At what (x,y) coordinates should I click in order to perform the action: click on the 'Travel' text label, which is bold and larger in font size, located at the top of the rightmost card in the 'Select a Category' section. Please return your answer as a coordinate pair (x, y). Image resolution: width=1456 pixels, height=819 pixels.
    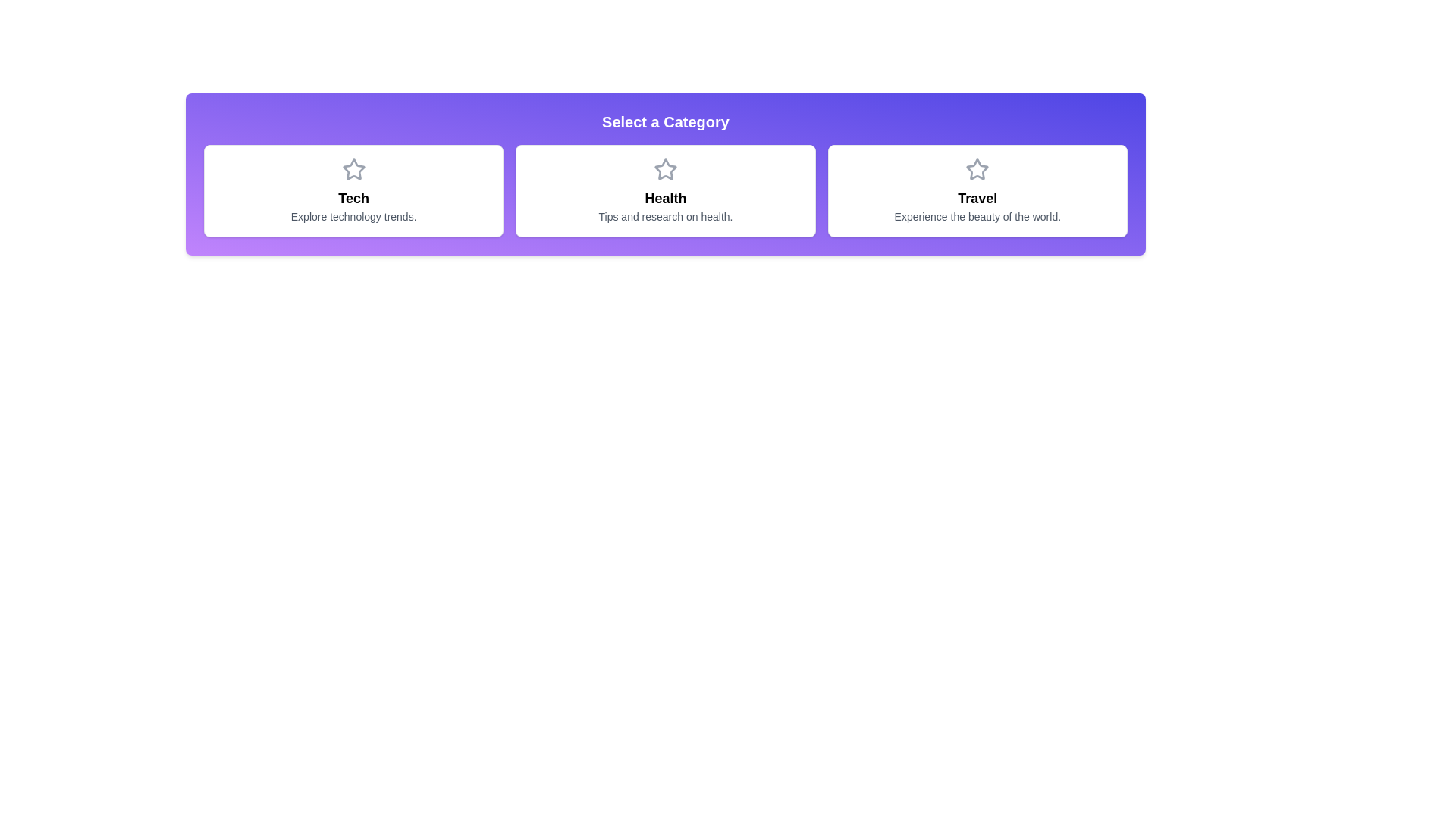
    Looking at the image, I should click on (977, 198).